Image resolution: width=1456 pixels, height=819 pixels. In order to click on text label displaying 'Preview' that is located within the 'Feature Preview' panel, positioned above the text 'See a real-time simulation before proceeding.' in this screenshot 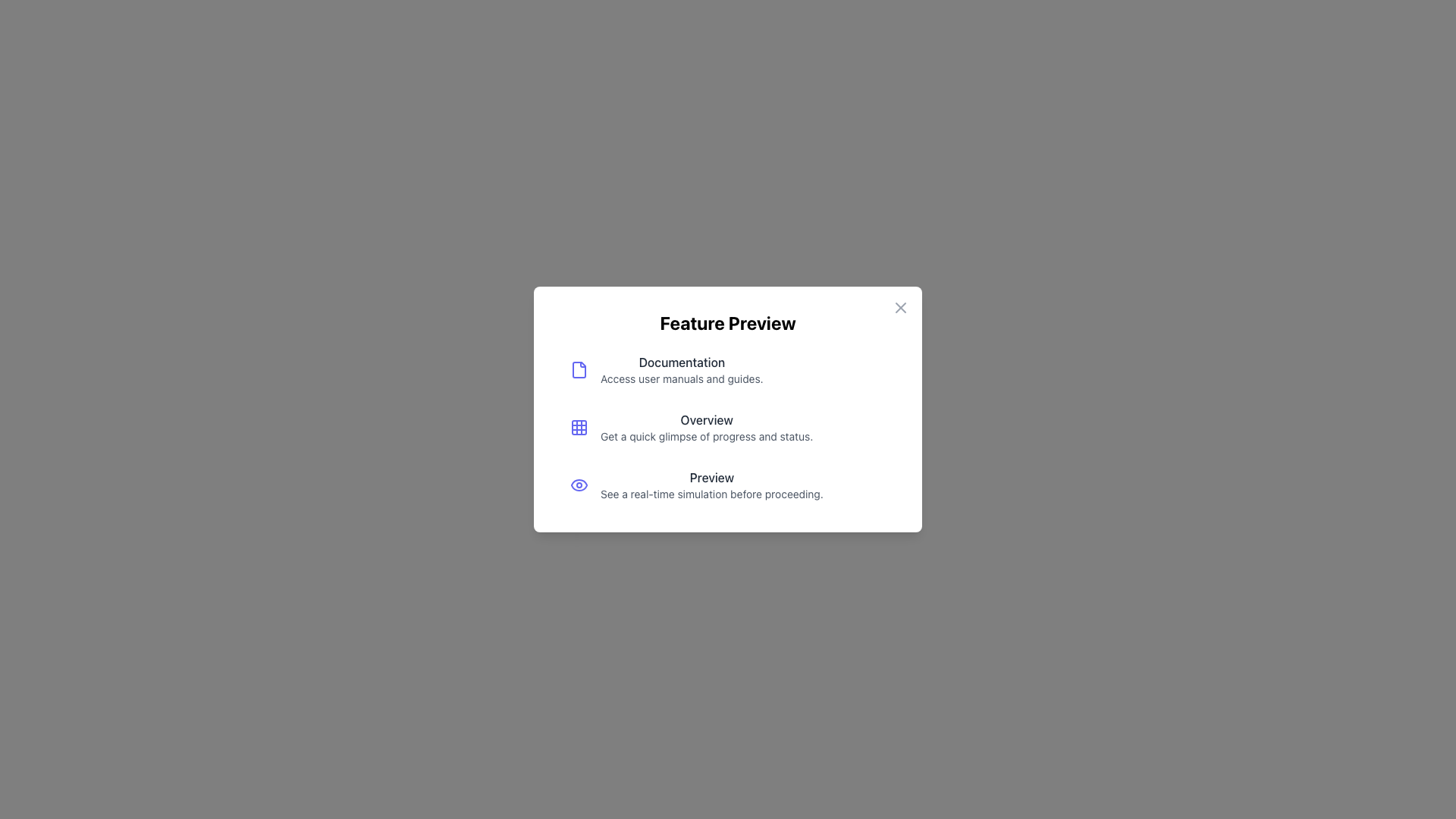, I will do `click(711, 476)`.